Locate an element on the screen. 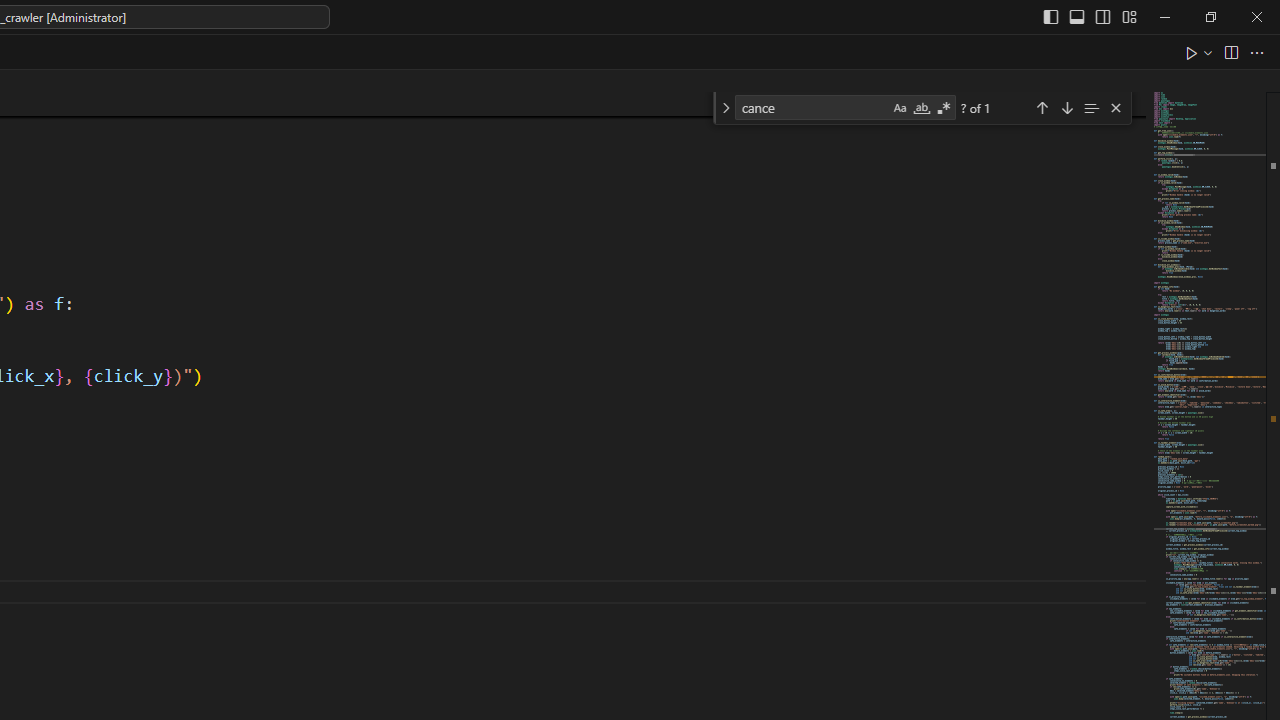 This screenshot has width=1280, height=720. 'Run Python File' is located at coordinates (1192, 51).